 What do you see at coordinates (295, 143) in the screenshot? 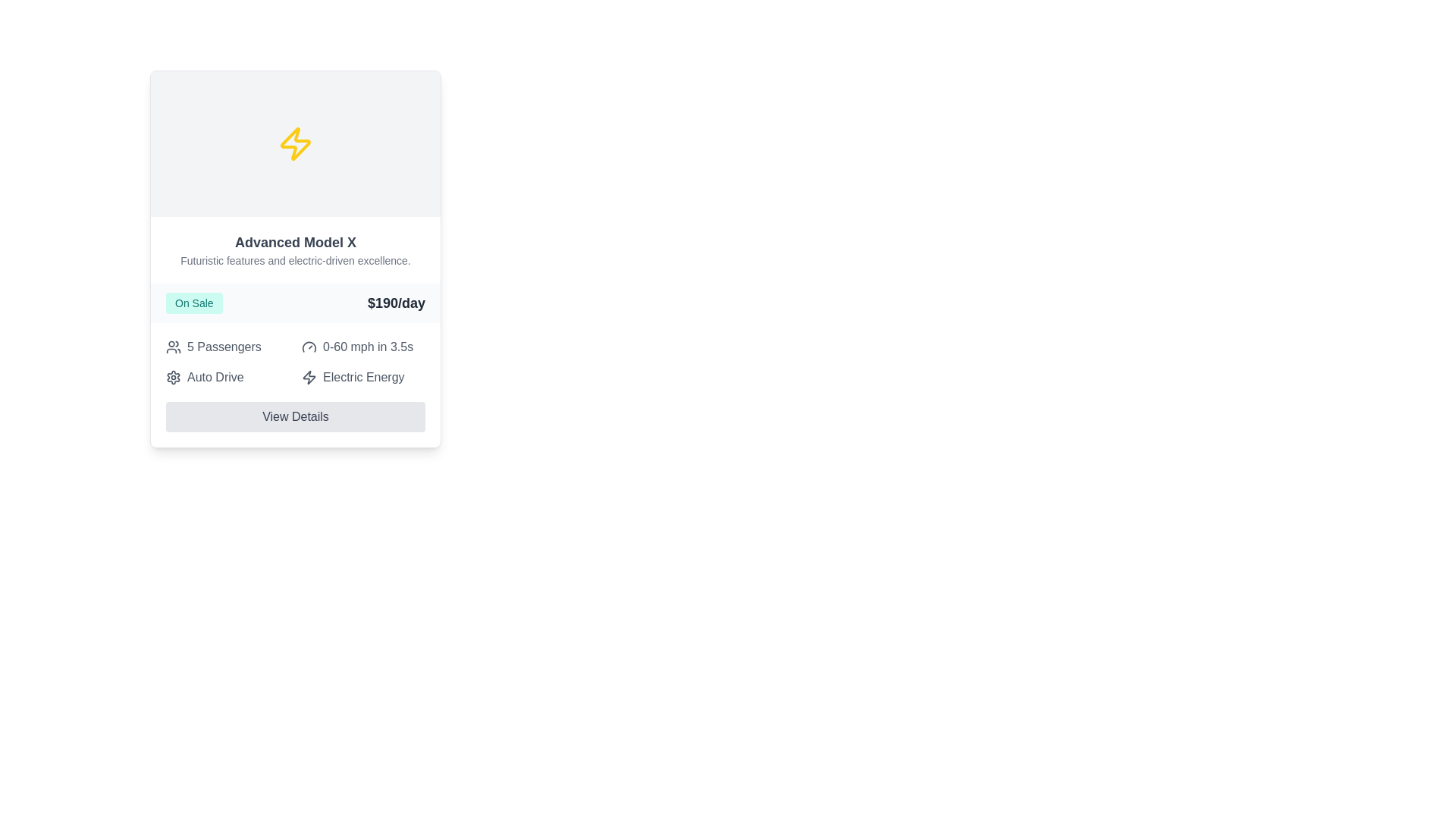
I see `the energy icon located at the top of the card arrangement, above the text 'Advanced Model X'` at bounding box center [295, 143].